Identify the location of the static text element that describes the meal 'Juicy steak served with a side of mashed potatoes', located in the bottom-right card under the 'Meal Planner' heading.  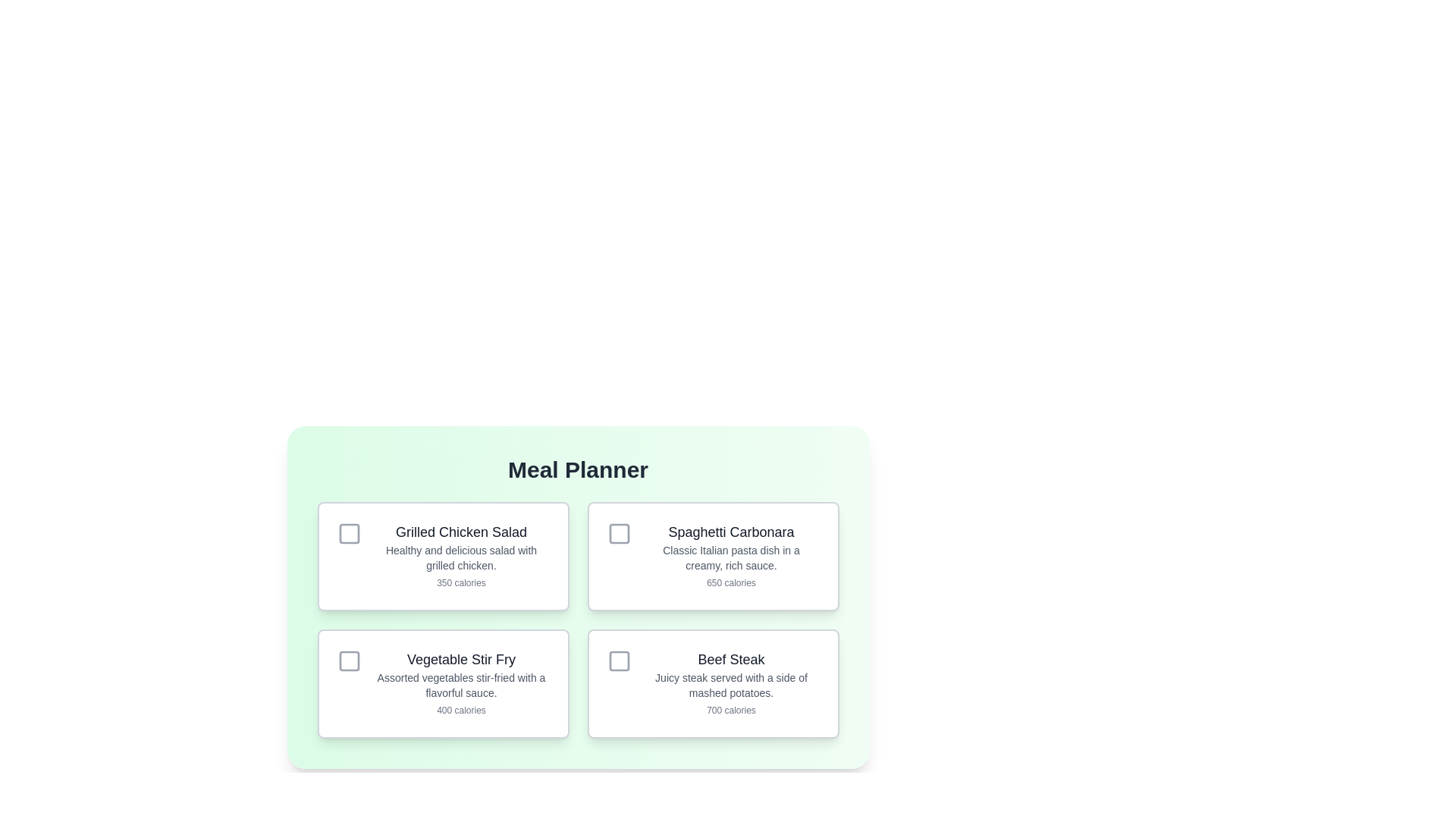
(731, 685).